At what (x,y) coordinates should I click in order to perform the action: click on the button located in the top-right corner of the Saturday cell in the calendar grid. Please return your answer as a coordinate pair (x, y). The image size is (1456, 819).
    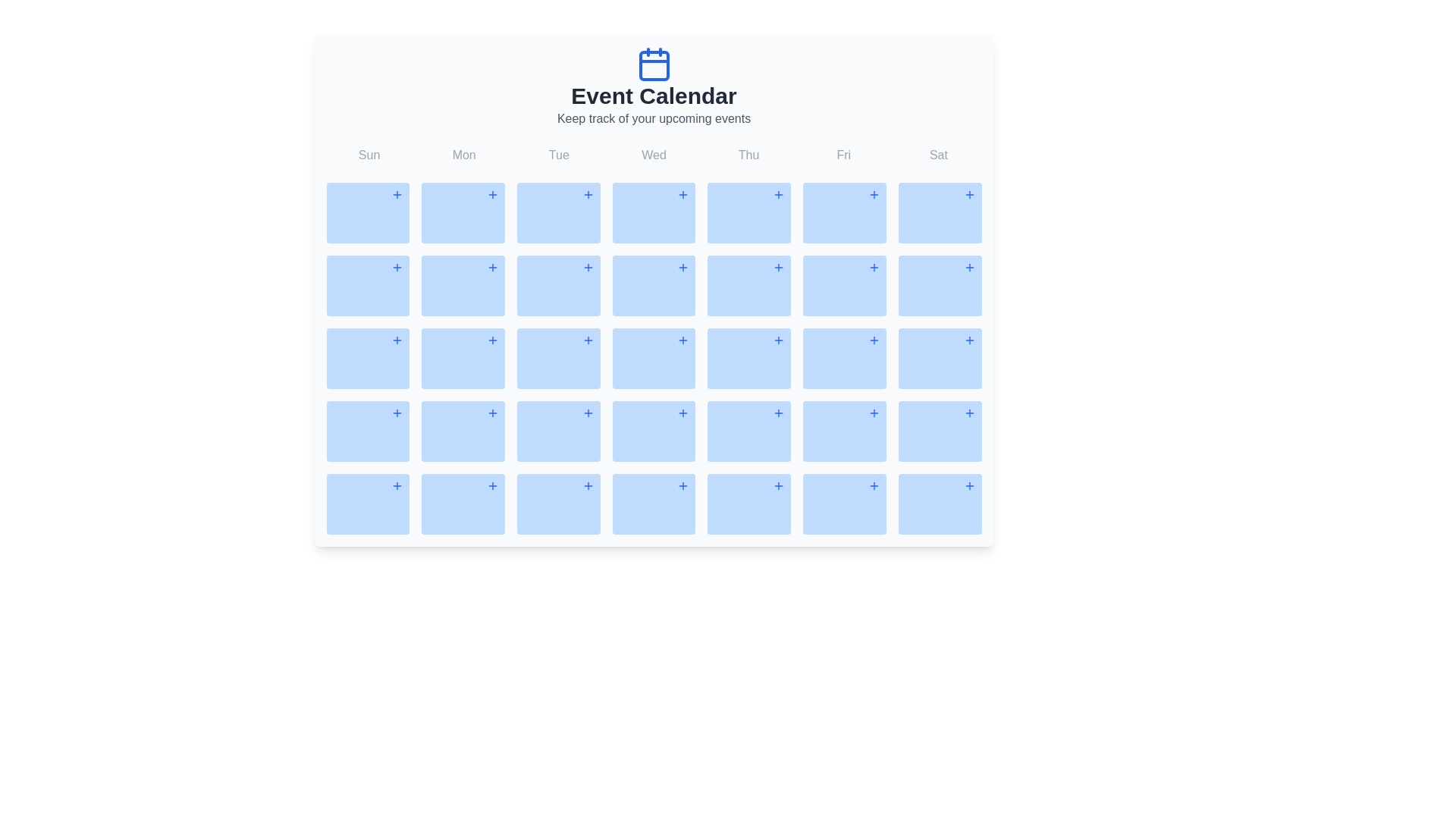
    Looking at the image, I should click on (968, 267).